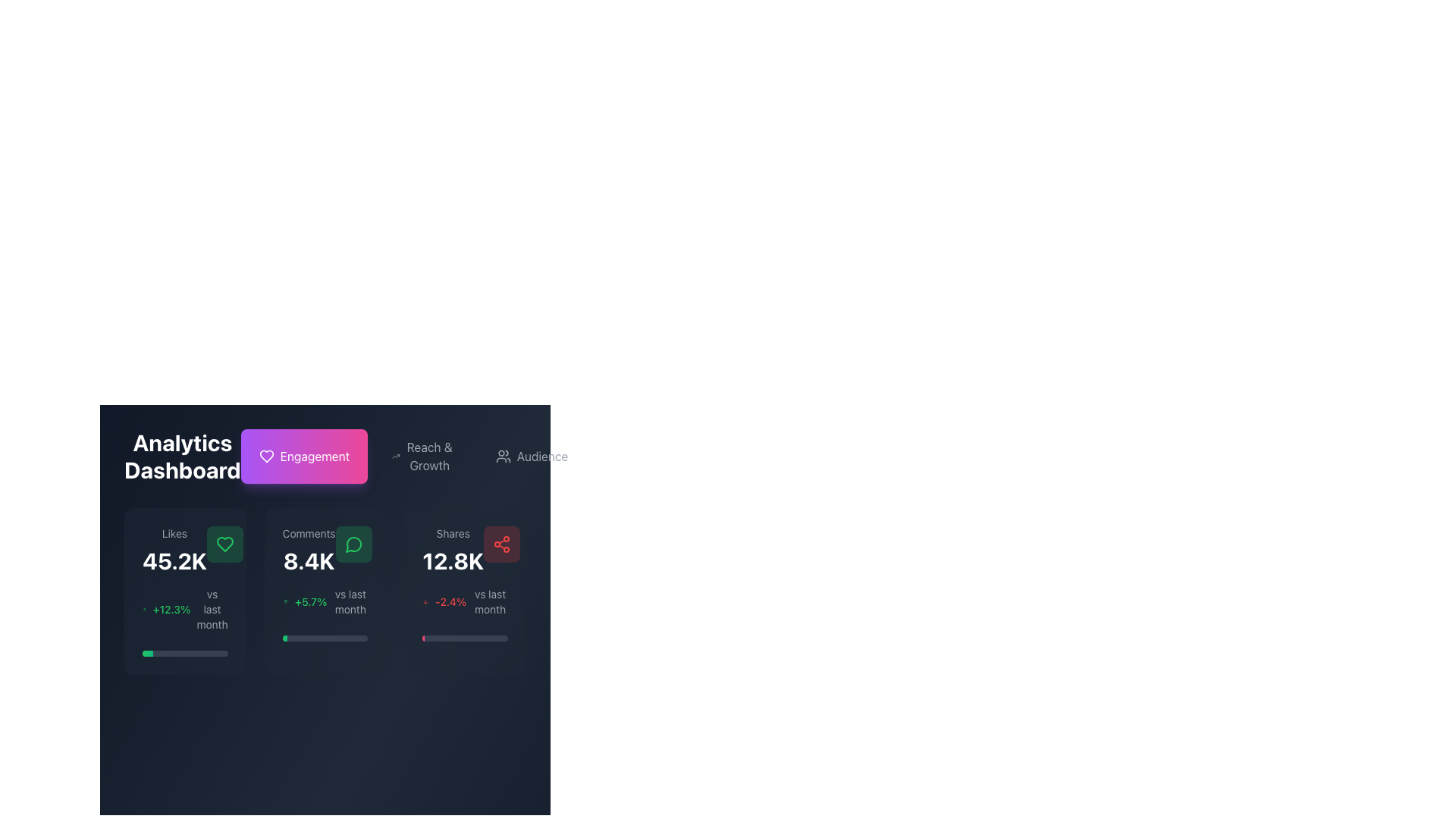 This screenshot has height=819, width=1456. What do you see at coordinates (353, 543) in the screenshot?
I see `the comments icon button located in the 'Comments' section, which is visually enhanced and positioned near the numerical indicator '8.4K', aligning with the 'Comments' label and below the 'Engagement' tab` at bounding box center [353, 543].